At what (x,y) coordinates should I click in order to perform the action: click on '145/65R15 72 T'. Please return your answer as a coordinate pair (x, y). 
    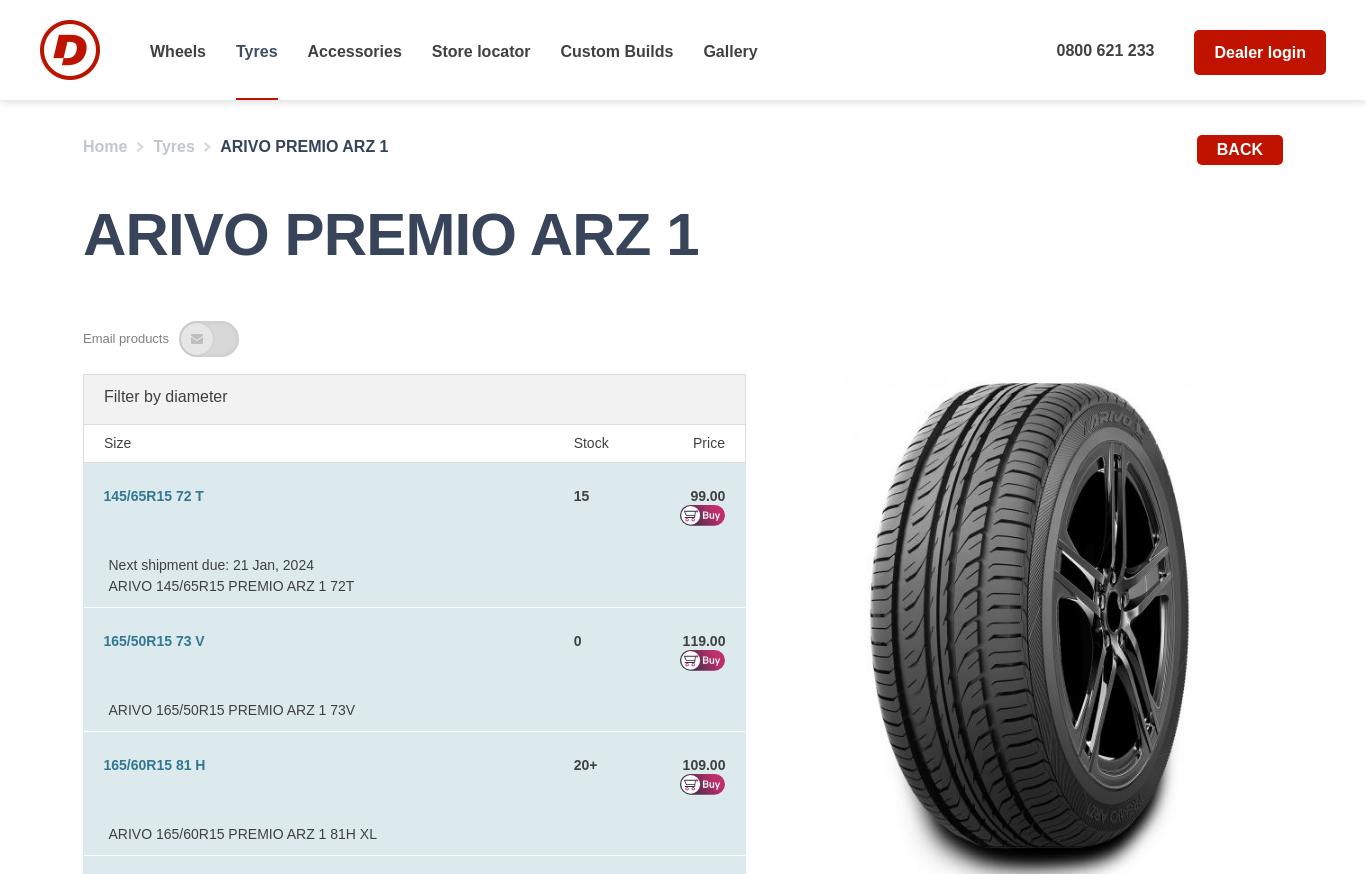
    Looking at the image, I should click on (151, 494).